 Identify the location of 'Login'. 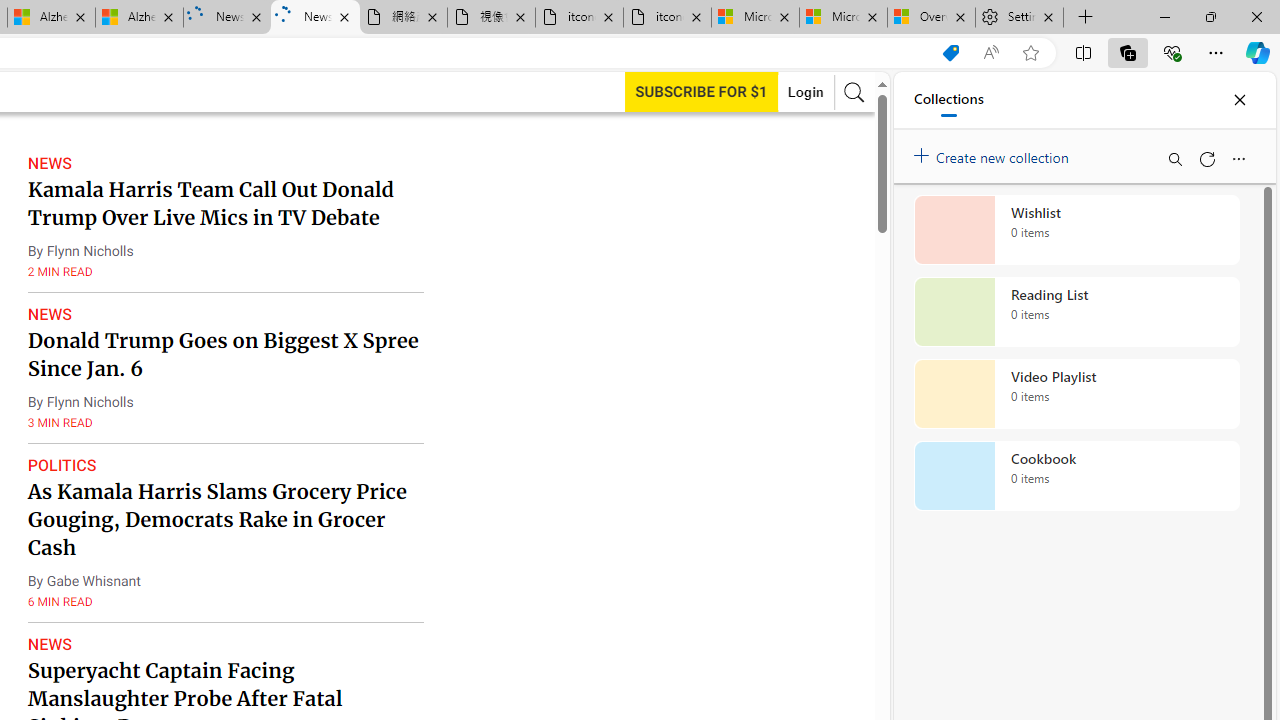
(805, 92).